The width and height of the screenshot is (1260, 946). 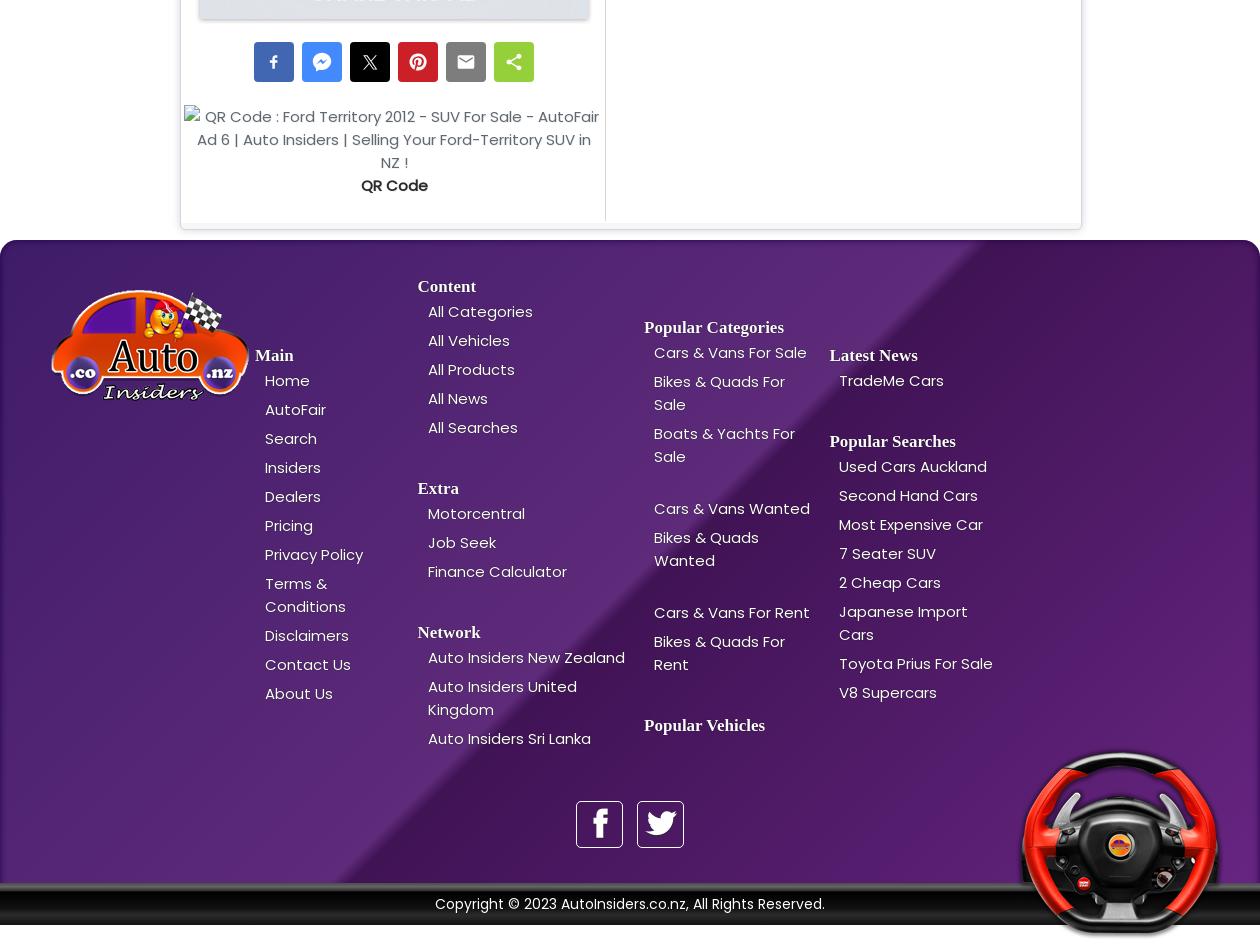 I want to click on '7 Seater SUV', so click(x=887, y=552).